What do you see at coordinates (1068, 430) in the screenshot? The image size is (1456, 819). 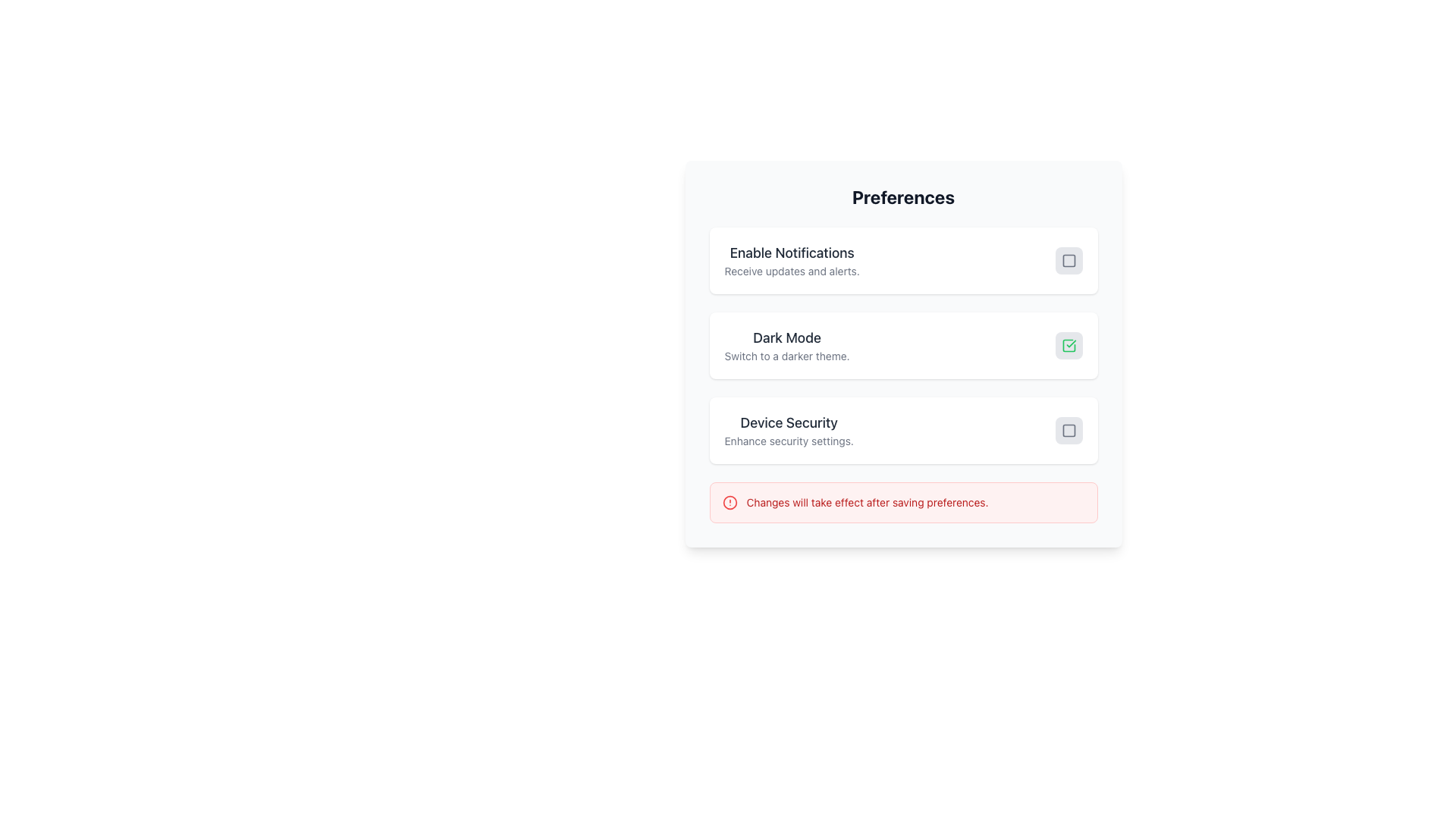 I see `the small gray square icon located next to the text 'Device Security' in the 'Preferences' section` at bounding box center [1068, 430].